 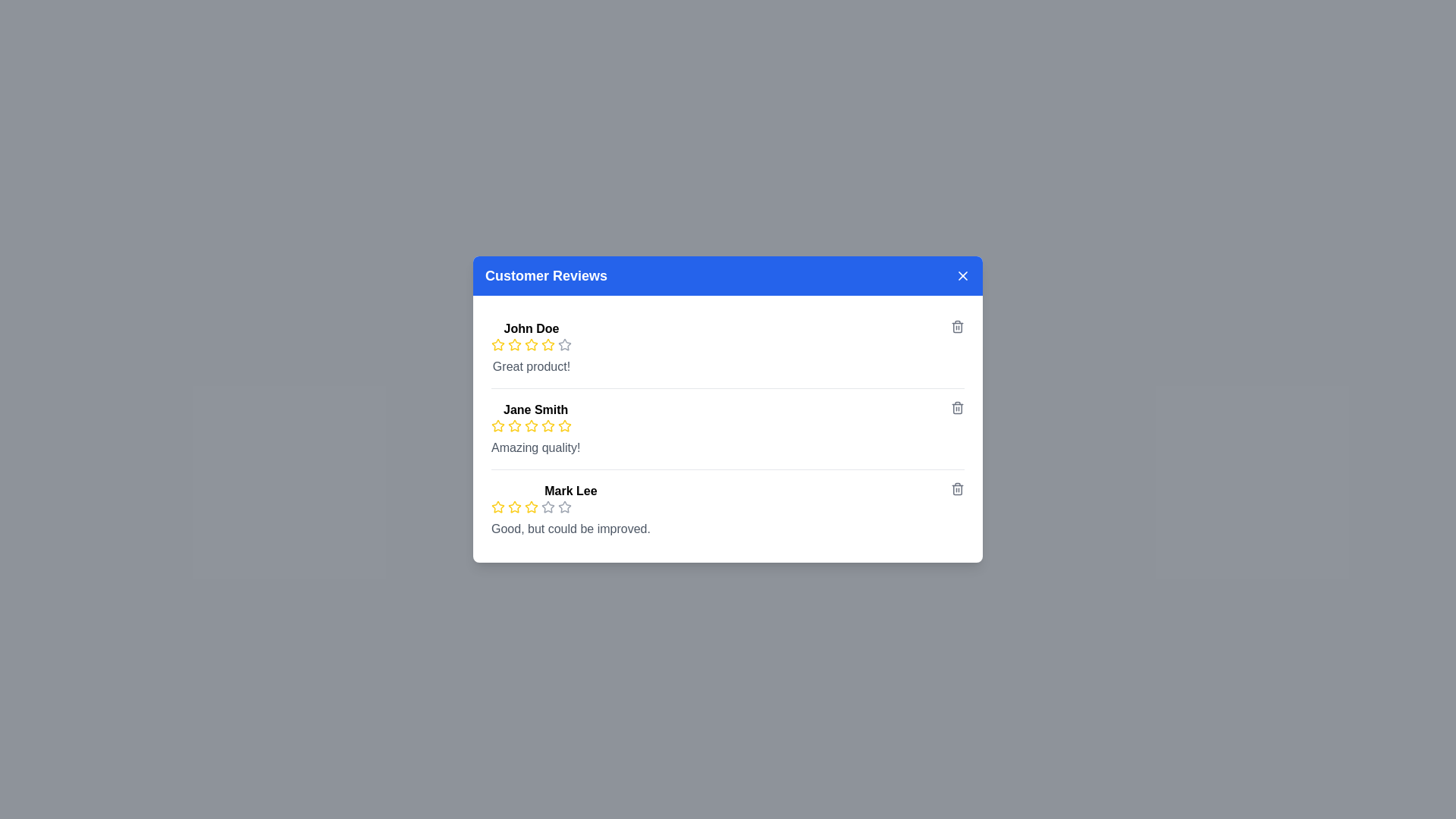 I want to click on the trash icon associated with the review by John Doe, so click(x=956, y=326).